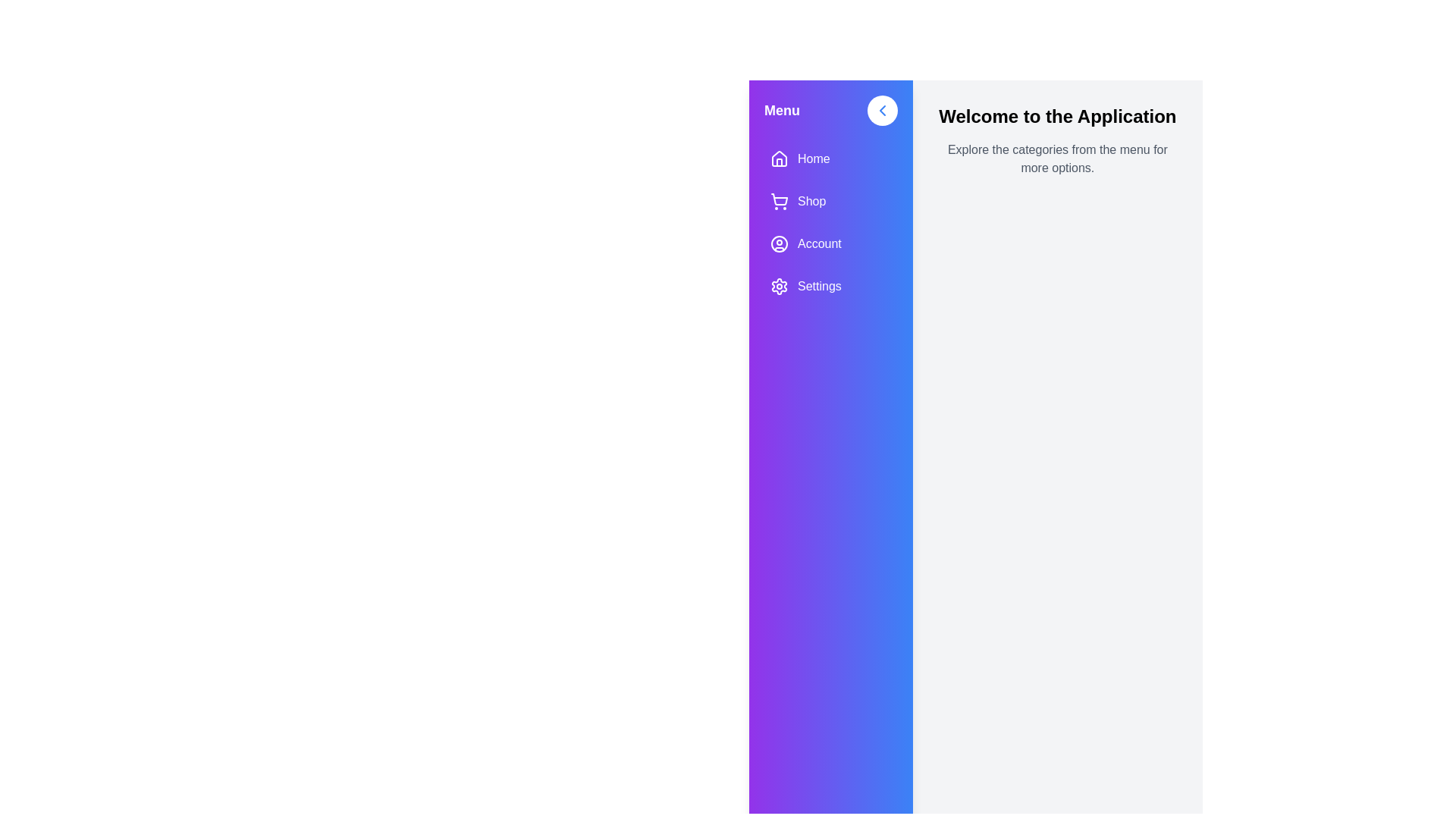 The width and height of the screenshot is (1456, 819). I want to click on the 'Settings' icon located in the sidebar menu, which is the last icon below the 'Account' label, so click(779, 287).